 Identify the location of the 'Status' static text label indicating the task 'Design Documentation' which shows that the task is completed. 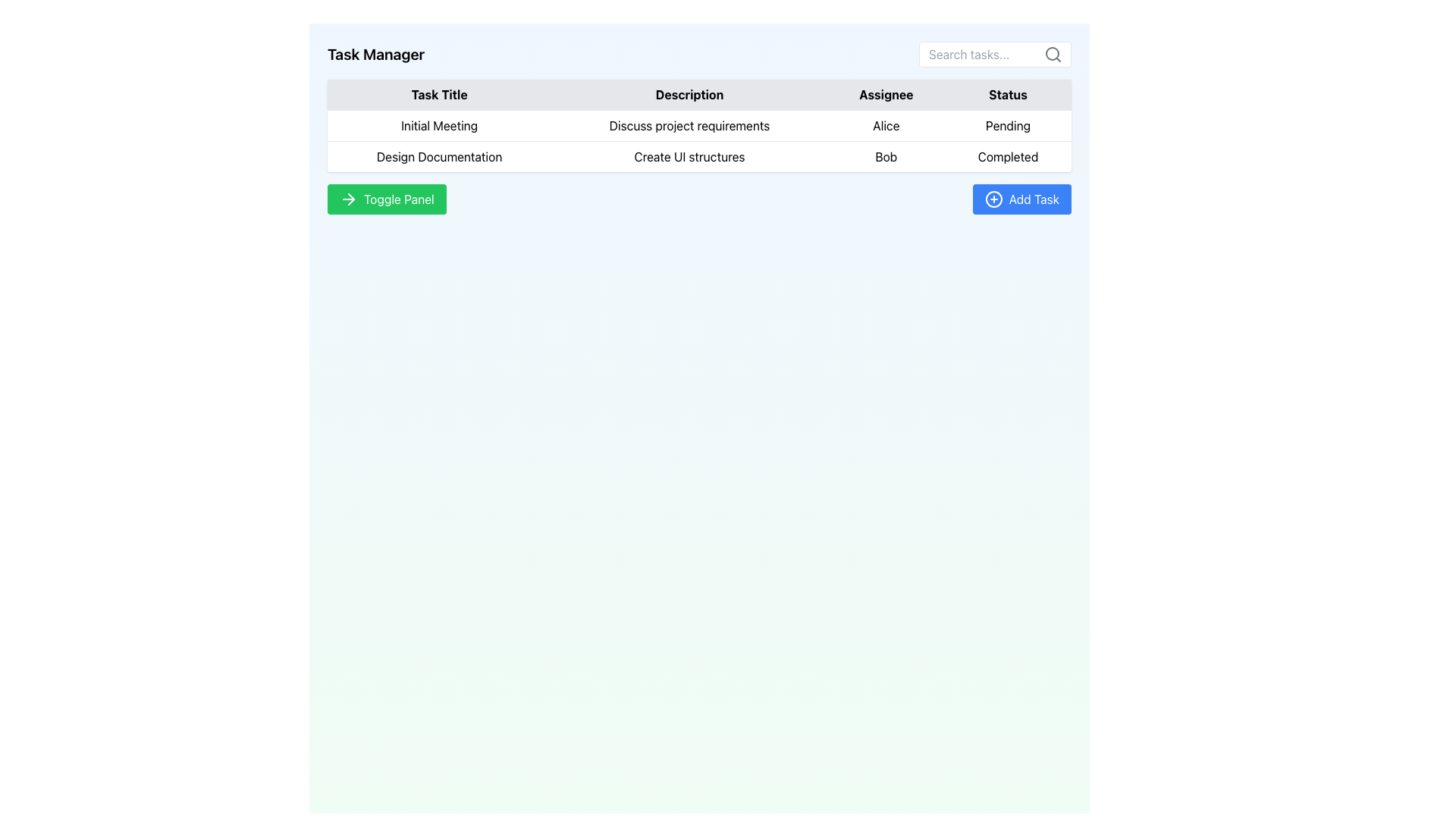
(1008, 156).